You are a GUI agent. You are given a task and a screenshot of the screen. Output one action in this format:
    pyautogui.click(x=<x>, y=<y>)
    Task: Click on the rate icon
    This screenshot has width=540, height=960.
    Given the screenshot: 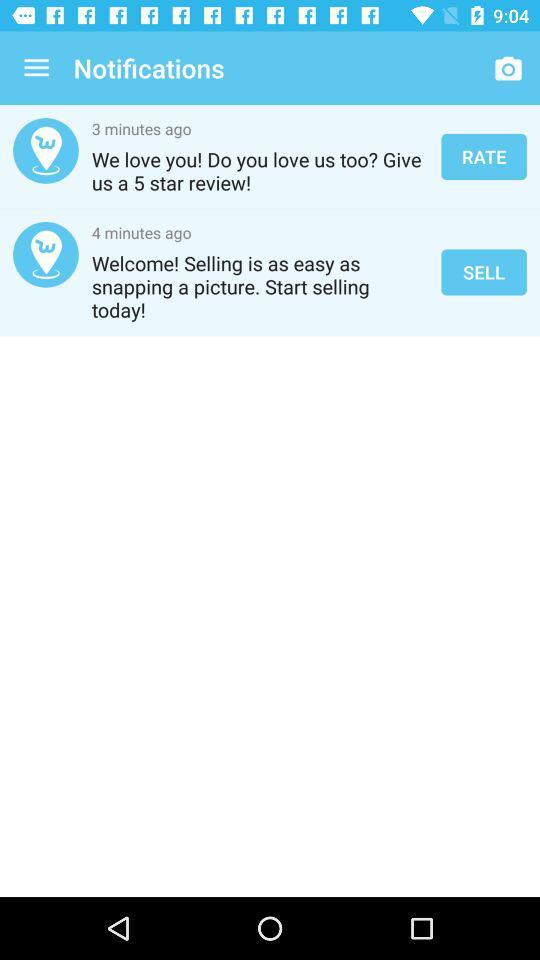 What is the action you would take?
    pyautogui.click(x=483, y=155)
    